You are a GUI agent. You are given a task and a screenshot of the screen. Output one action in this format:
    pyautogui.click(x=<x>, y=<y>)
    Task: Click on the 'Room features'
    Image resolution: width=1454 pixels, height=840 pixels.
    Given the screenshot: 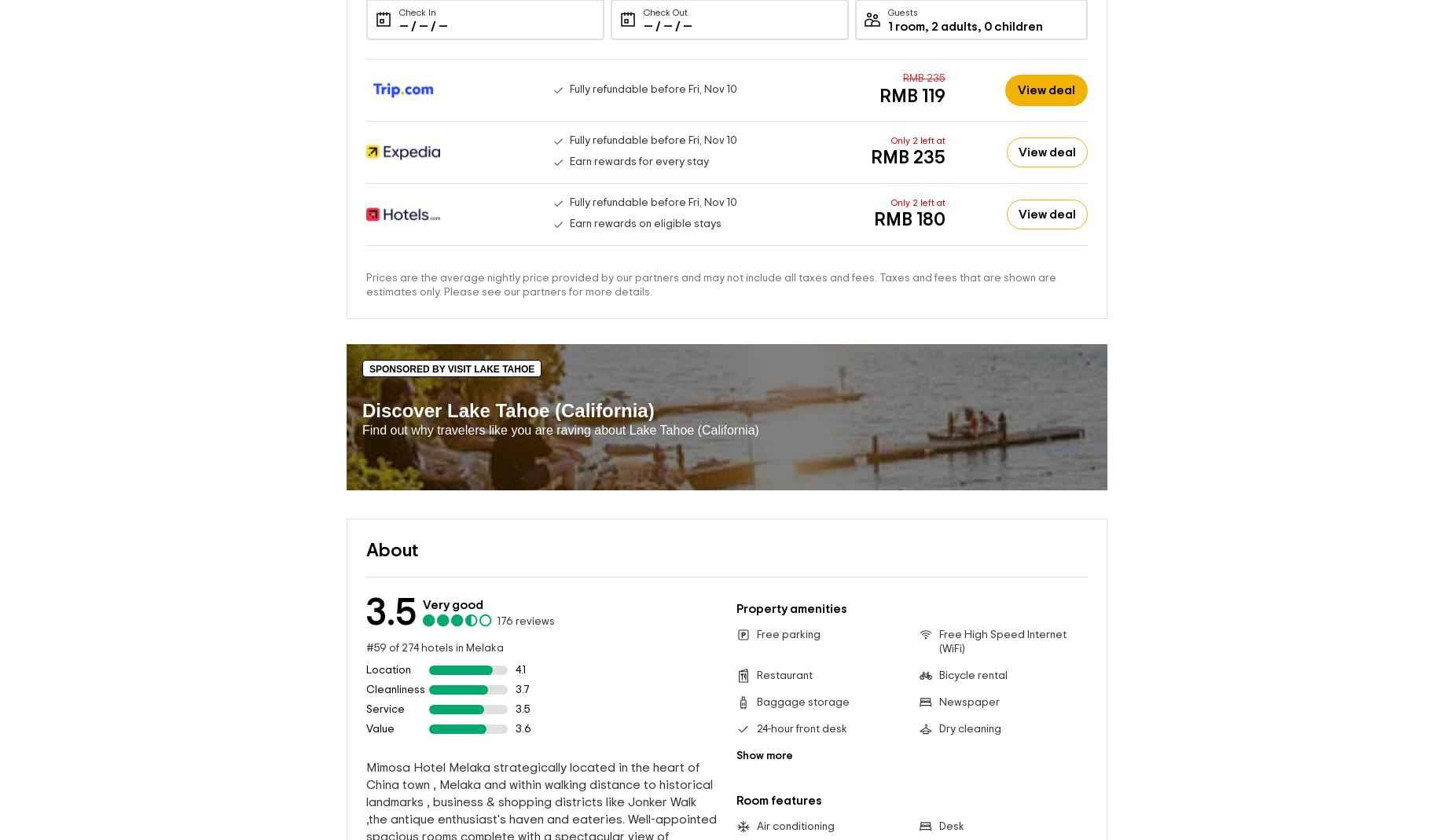 What is the action you would take?
    pyautogui.click(x=736, y=800)
    